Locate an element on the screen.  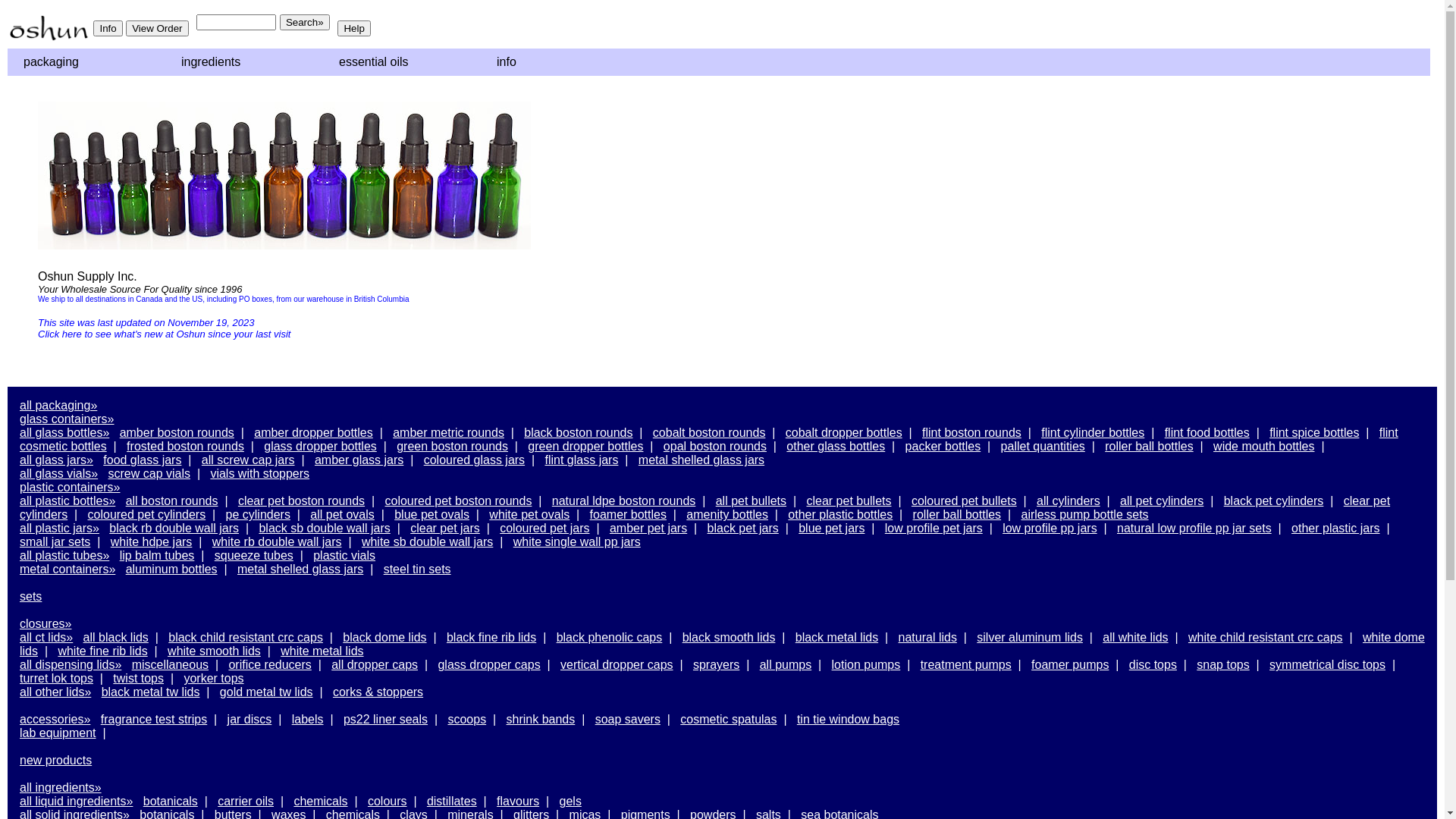
'carrier oils' is located at coordinates (217, 800).